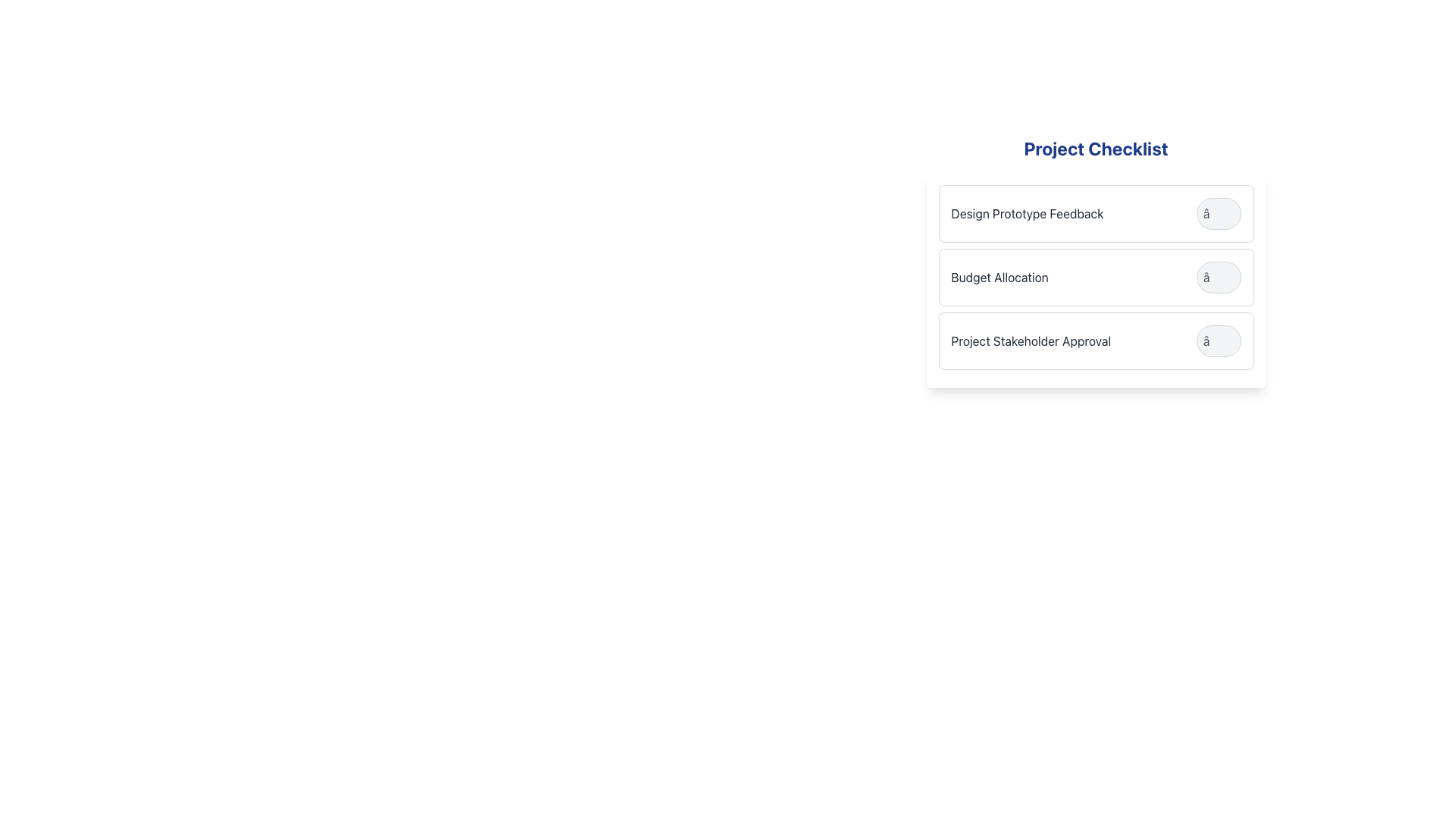 This screenshot has height=819, width=1456. What do you see at coordinates (1027, 213) in the screenshot?
I see `the 'Design Prototype Feedback' text label in the first item of the Project Checklist to trigger hover effects` at bounding box center [1027, 213].